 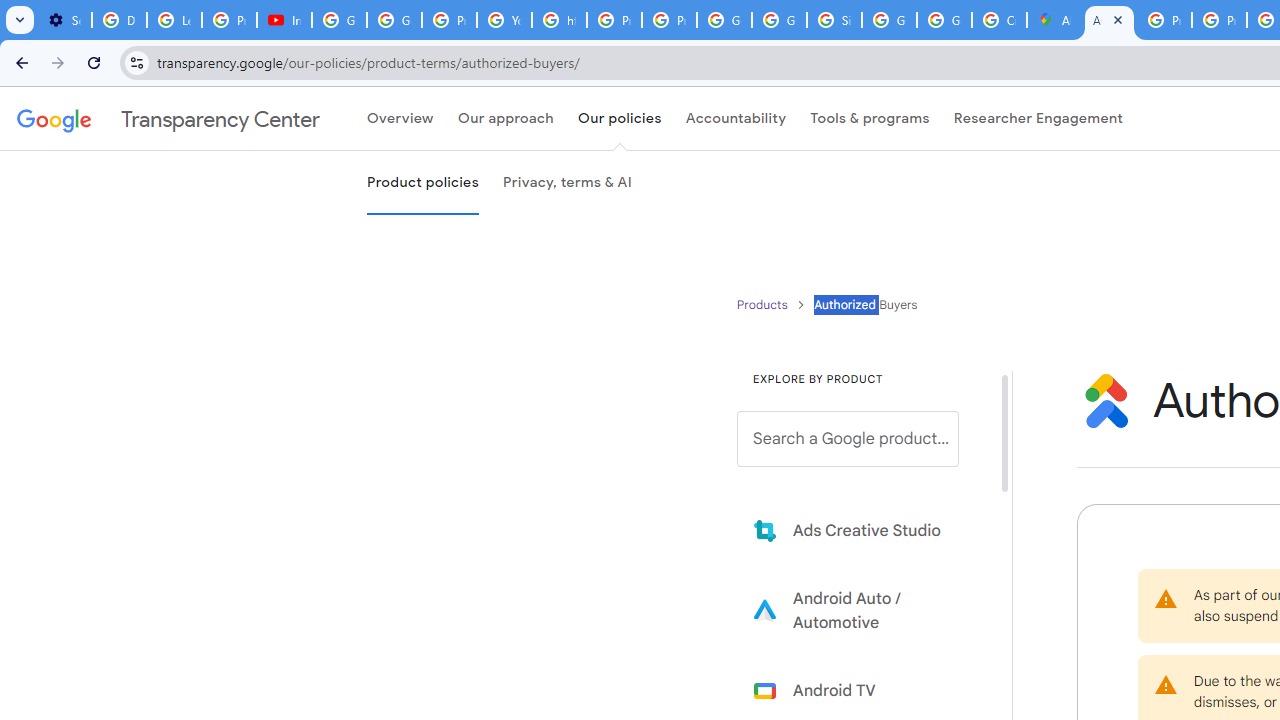 What do you see at coordinates (566, 183) in the screenshot?
I see `'Privacy, terms & AI'` at bounding box center [566, 183].